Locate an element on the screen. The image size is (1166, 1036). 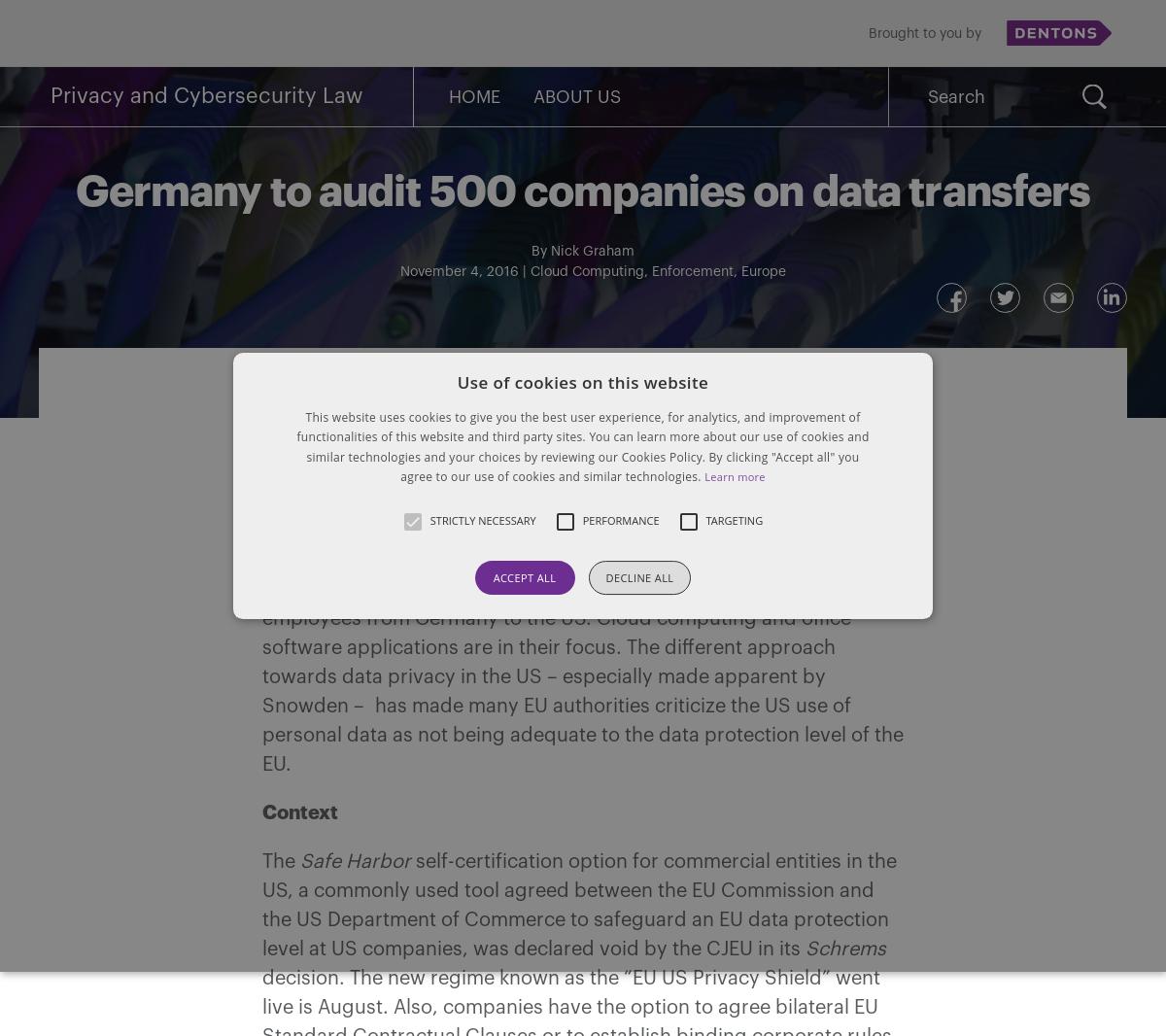
'Accept all' is located at coordinates (523, 575).